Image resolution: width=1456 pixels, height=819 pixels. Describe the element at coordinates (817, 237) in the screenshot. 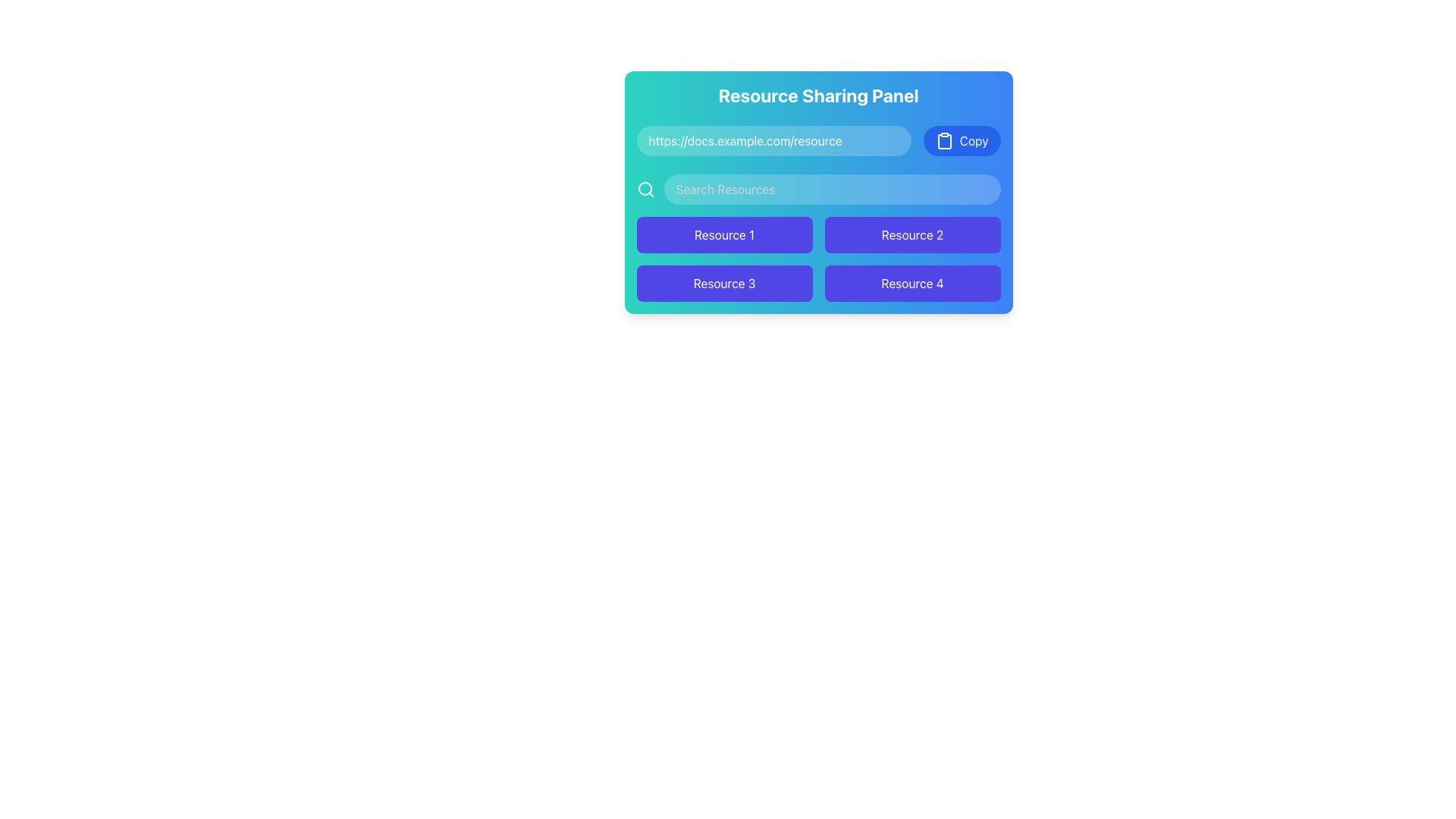

I see `the Interactive button grid located in the lower section of the 'Resource Sharing Panel' card` at that location.